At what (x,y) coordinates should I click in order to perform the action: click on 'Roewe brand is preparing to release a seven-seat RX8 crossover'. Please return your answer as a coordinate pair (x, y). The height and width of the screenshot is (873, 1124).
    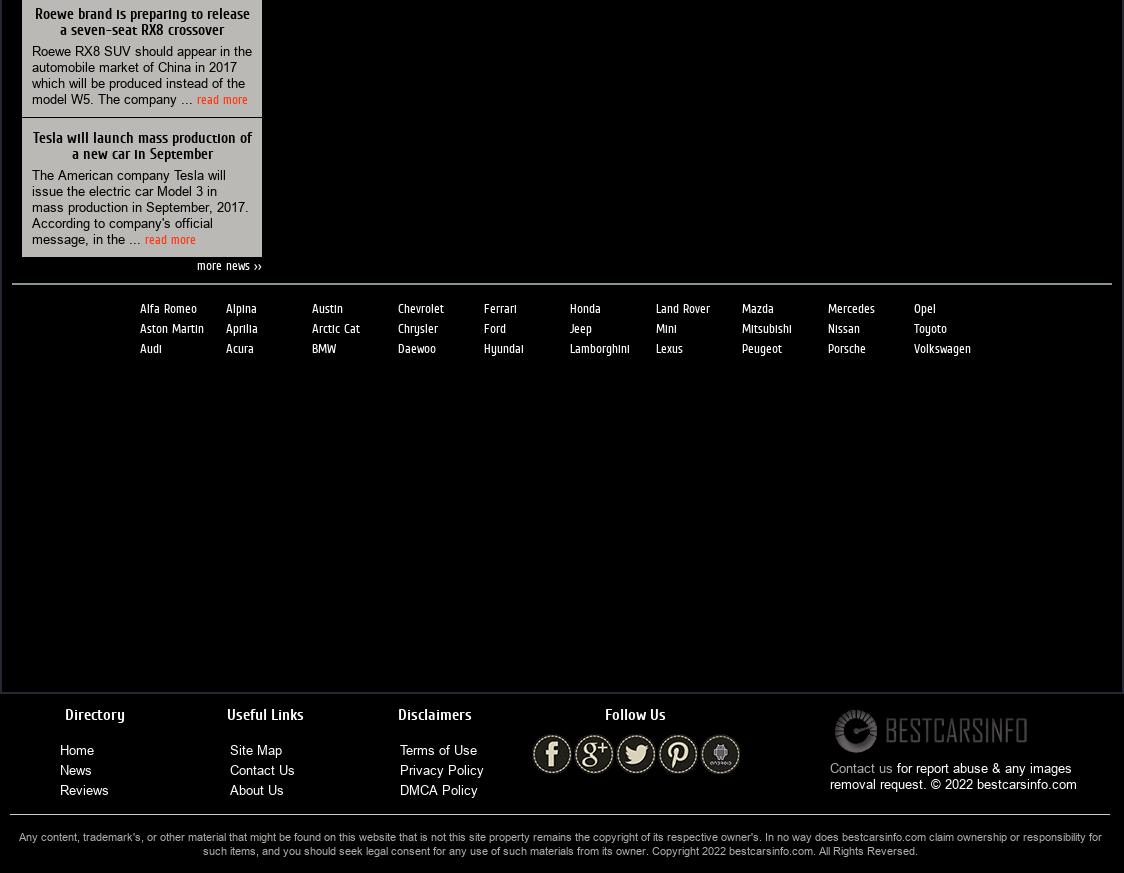
    Looking at the image, I should click on (140, 20).